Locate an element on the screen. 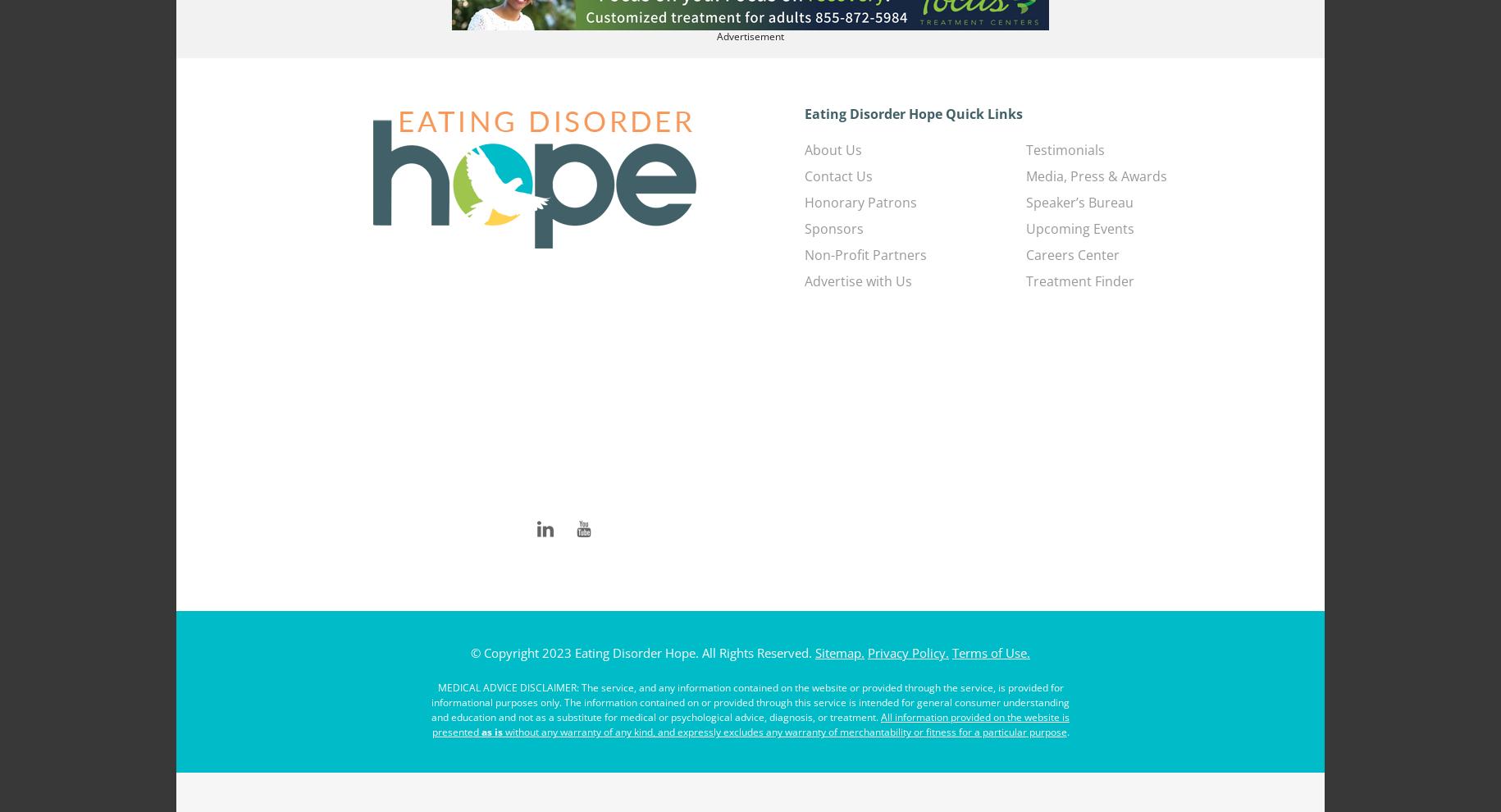 The height and width of the screenshot is (812, 1501). '© Copyright 2023 Eating Disorder Hope. All Rights Reserved.' is located at coordinates (641, 651).